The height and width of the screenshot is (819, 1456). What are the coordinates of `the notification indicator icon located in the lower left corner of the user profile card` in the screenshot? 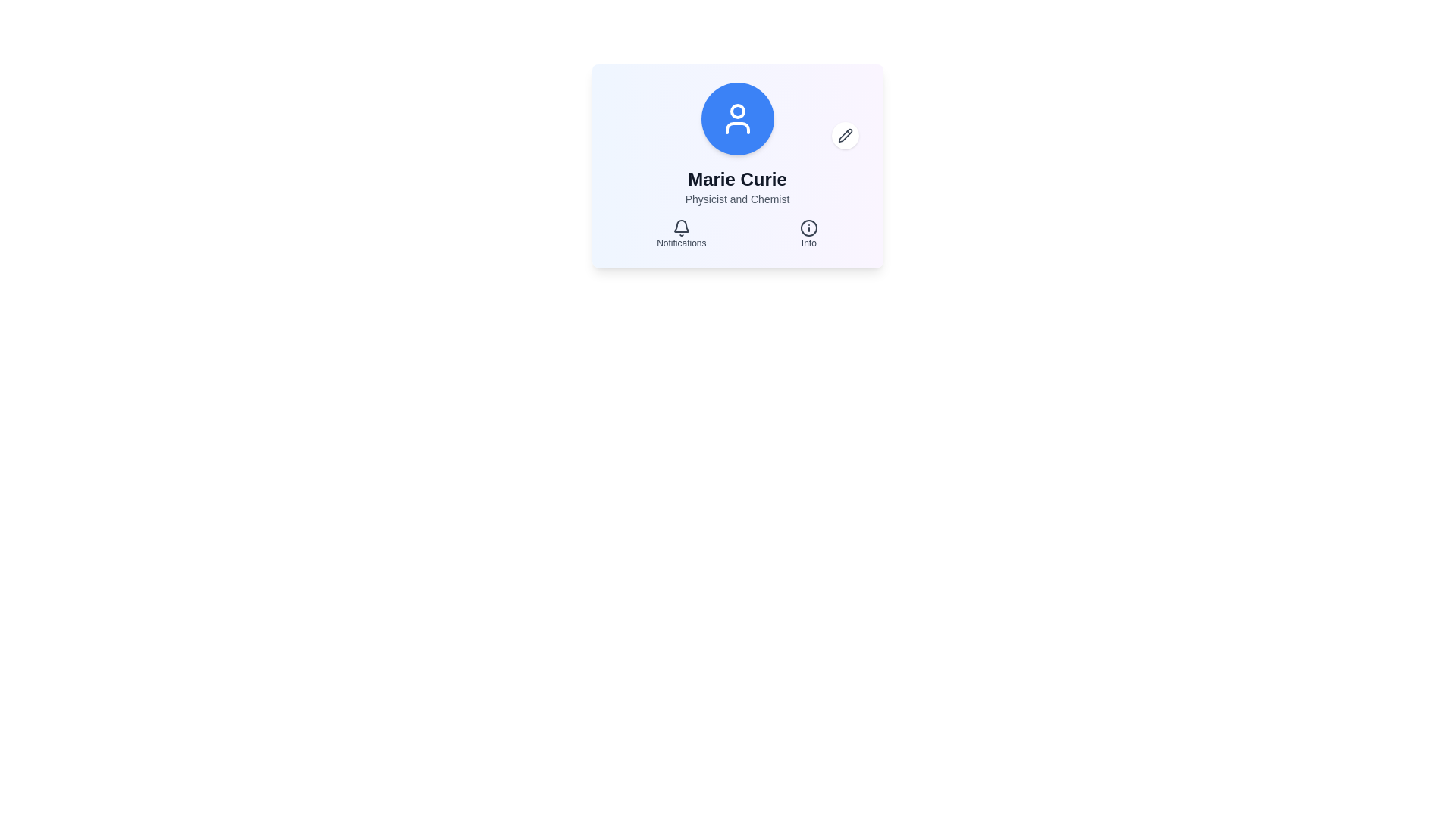 It's located at (680, 227).